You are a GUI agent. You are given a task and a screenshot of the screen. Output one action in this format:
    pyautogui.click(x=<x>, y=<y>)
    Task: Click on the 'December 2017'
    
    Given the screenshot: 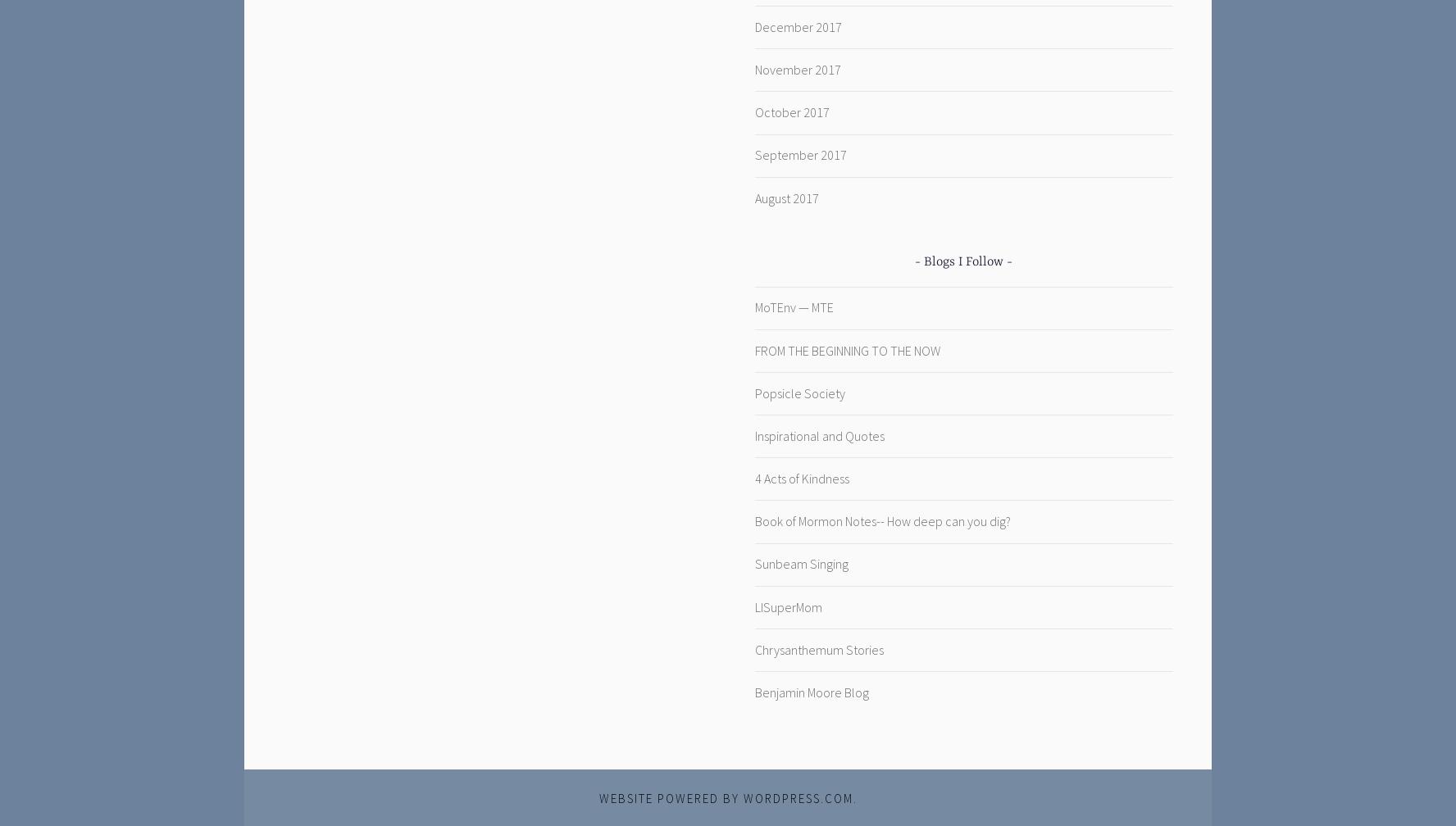 What is the action you would take?
    pyautogui.click(x=798, y=25)
    